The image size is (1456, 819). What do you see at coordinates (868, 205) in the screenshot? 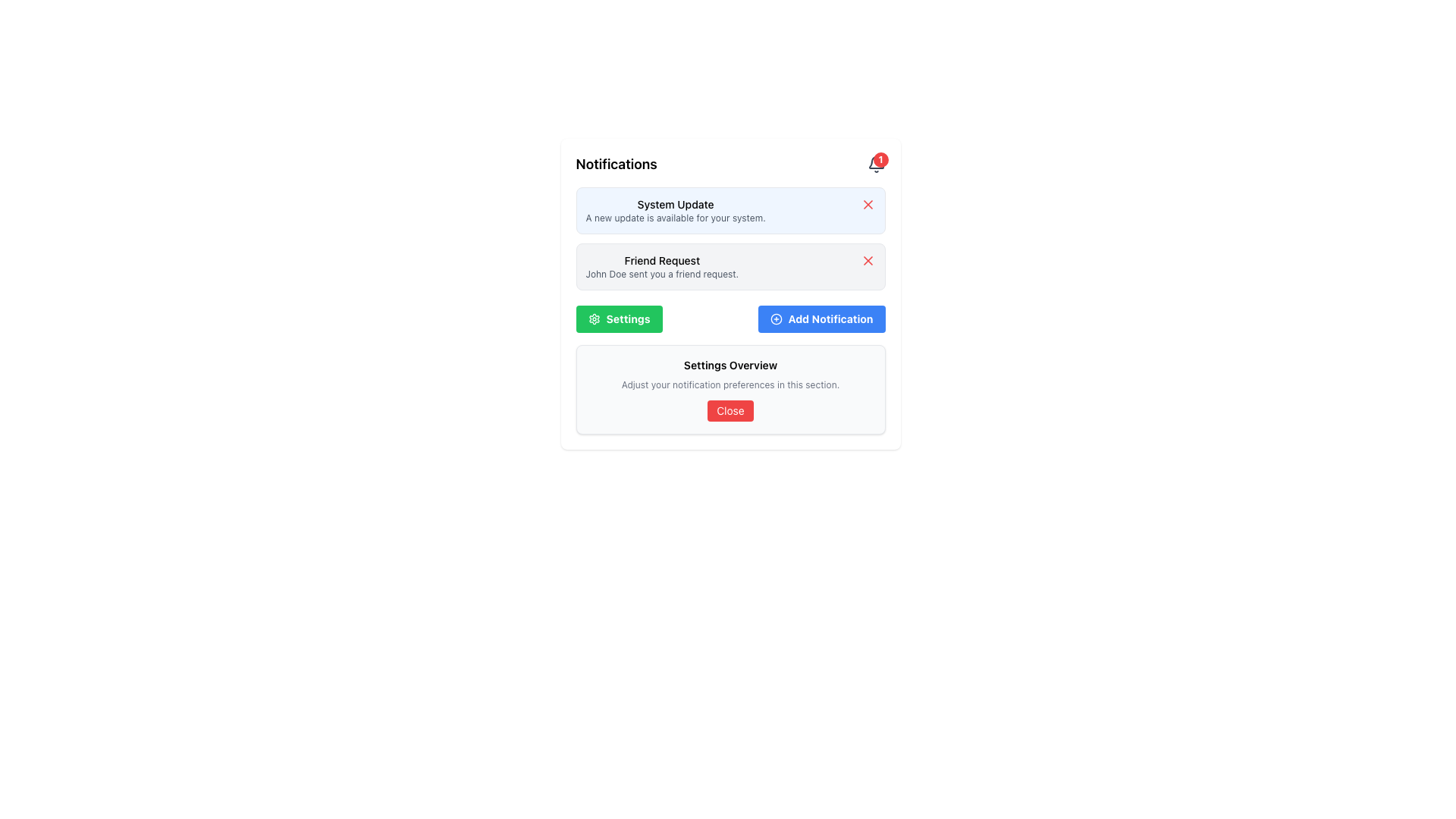
I see `the close button located at the top-right corner of the 'System Update' notification card` at bounding box center [868, 205].